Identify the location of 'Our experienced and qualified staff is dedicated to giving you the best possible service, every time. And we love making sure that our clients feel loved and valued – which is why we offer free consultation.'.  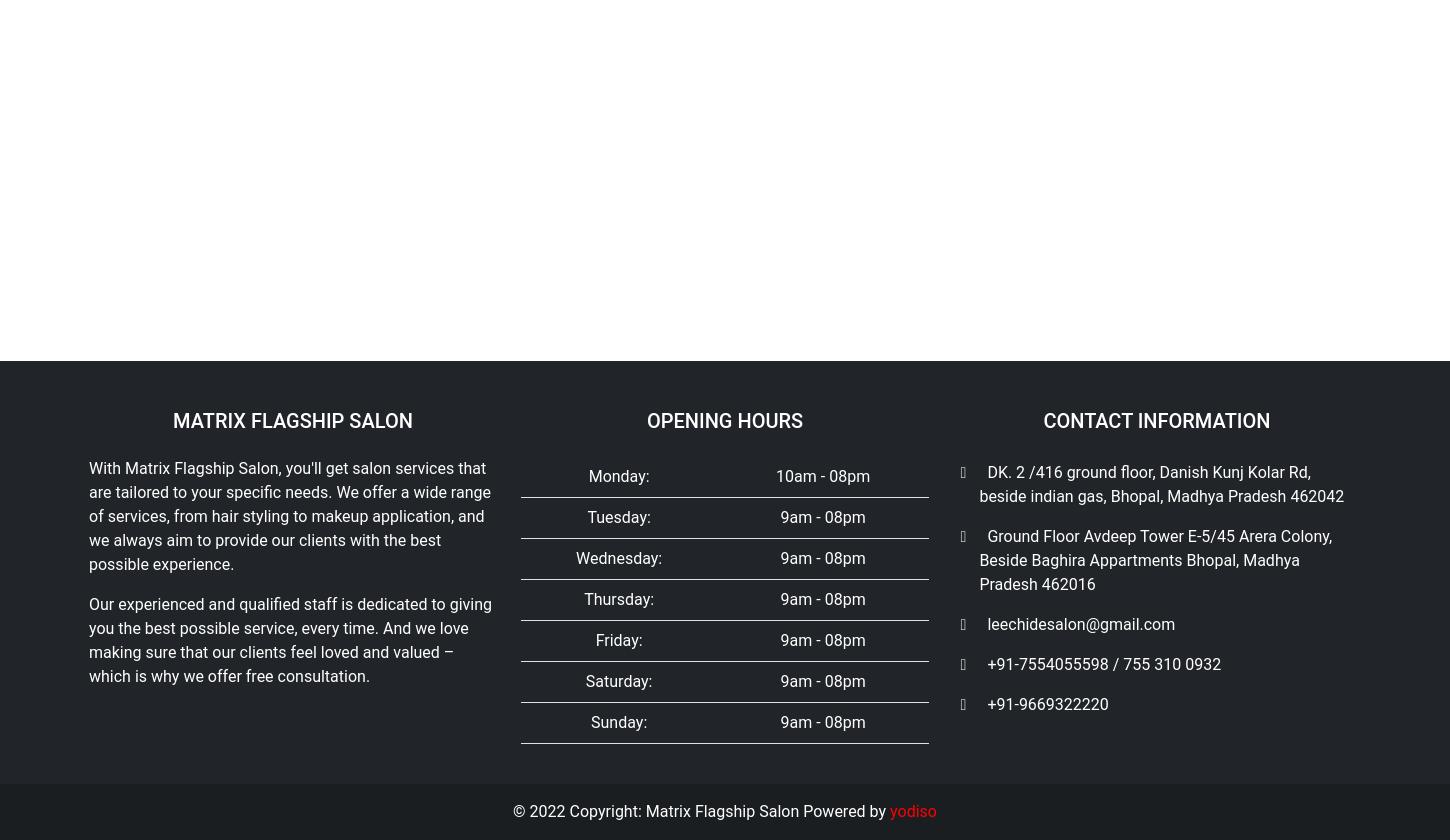
(290, 138).